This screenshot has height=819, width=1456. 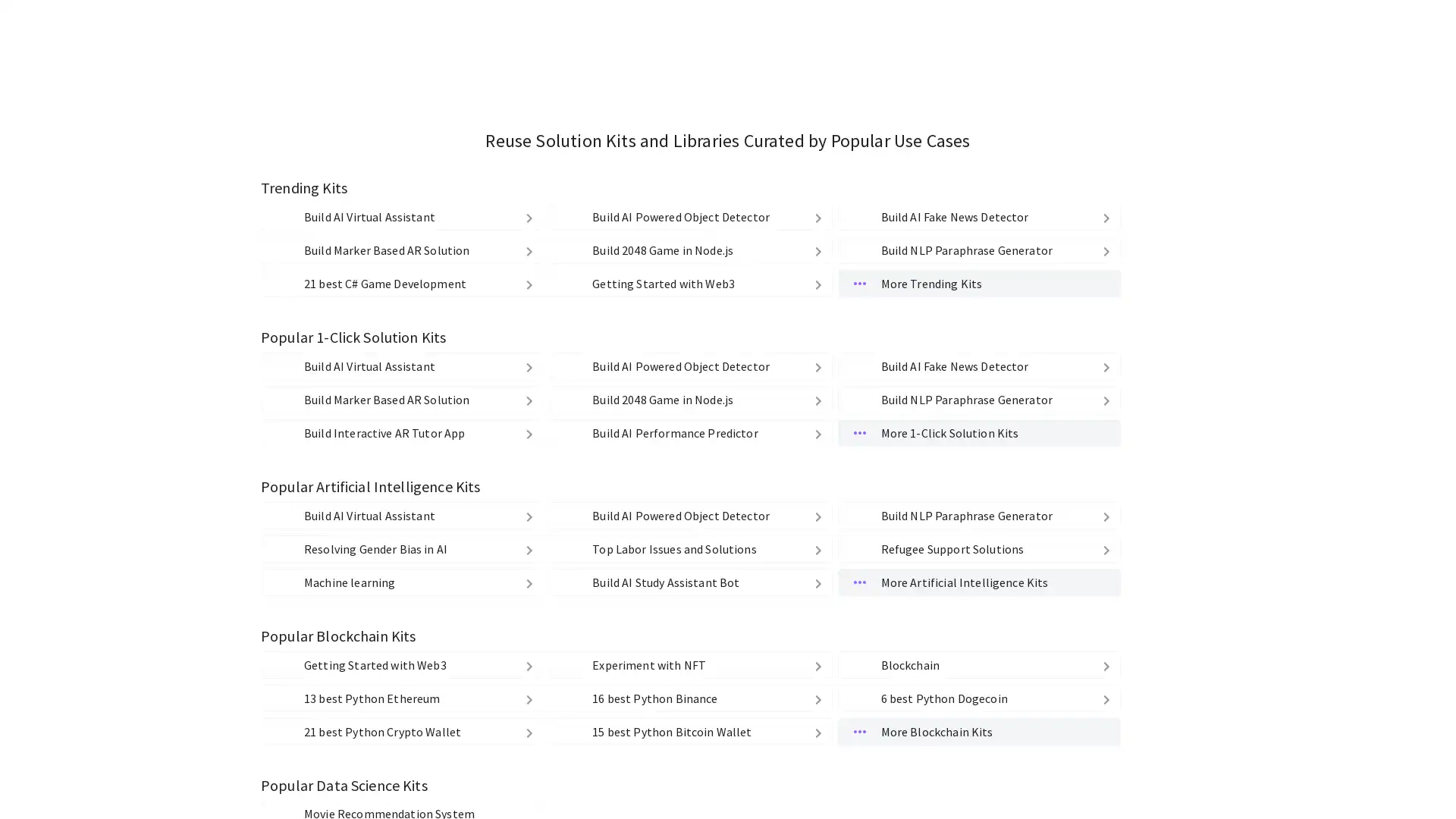 What do you see at coordinates (529, 632) in the screenshot?
I see `delete` at bounding box center [529, 632].